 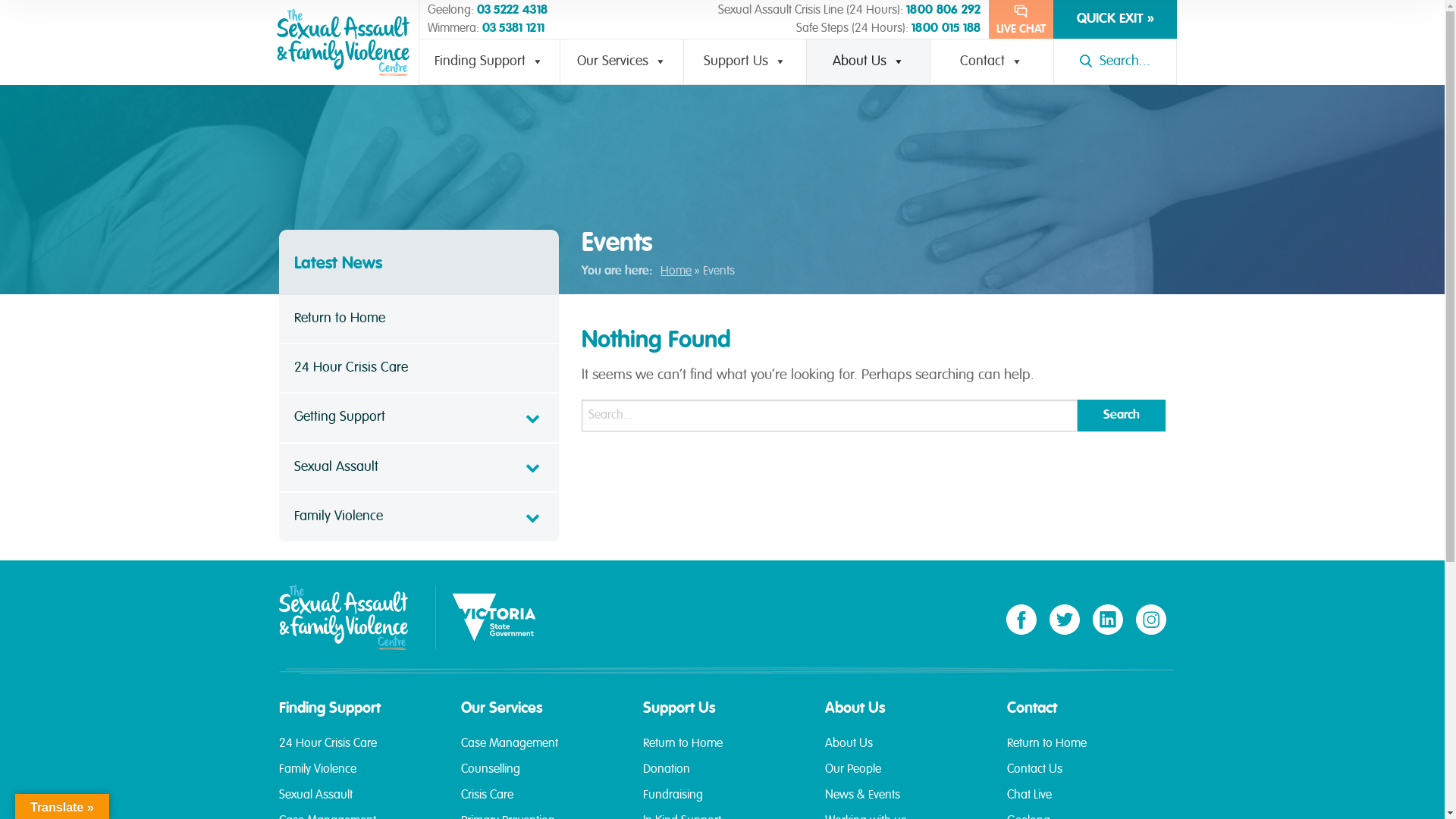 I want to click on 'Counselling', so click(x=541, y=776).